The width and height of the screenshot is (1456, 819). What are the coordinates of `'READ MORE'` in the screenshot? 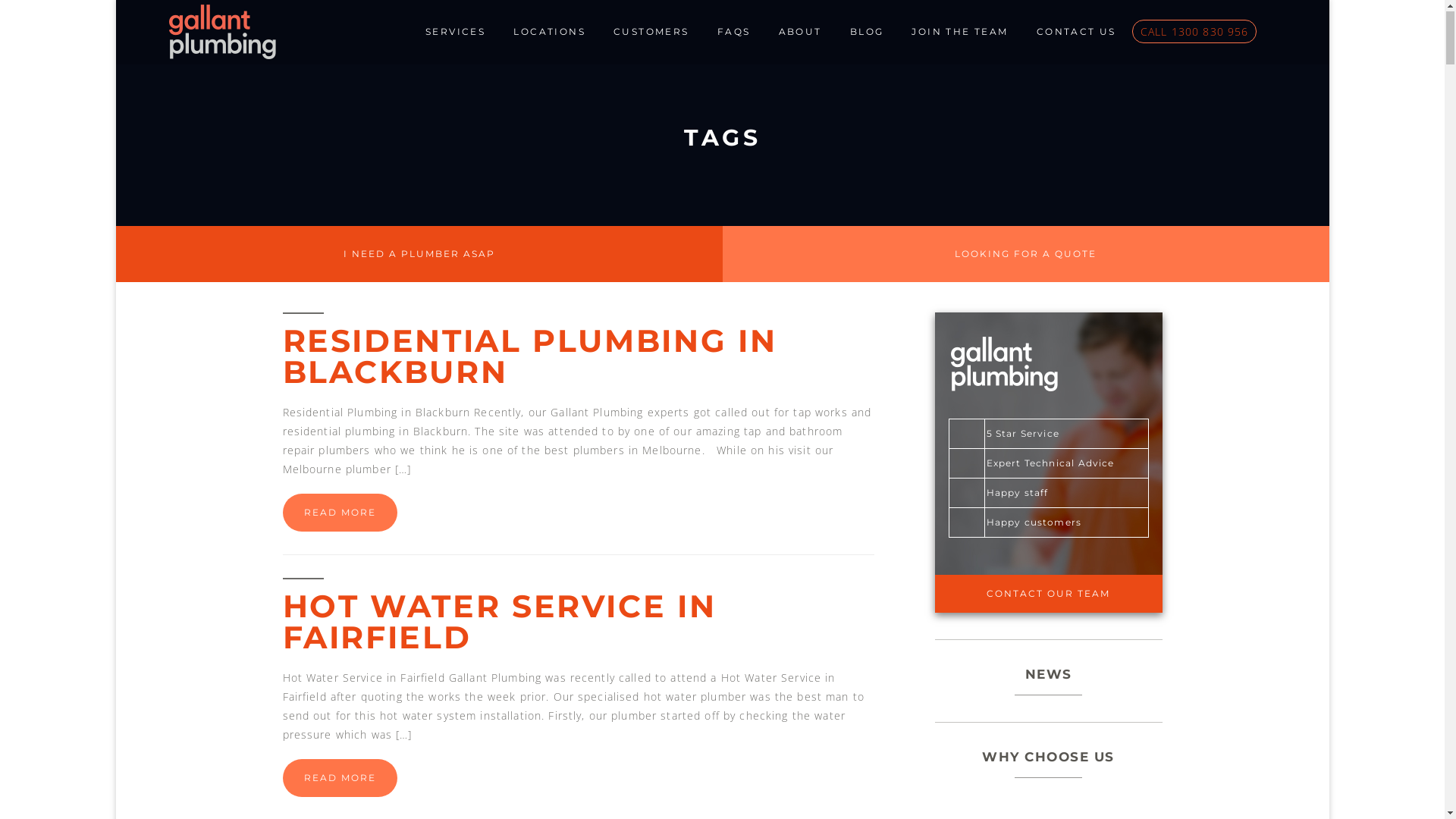 It's located at (338, 513).